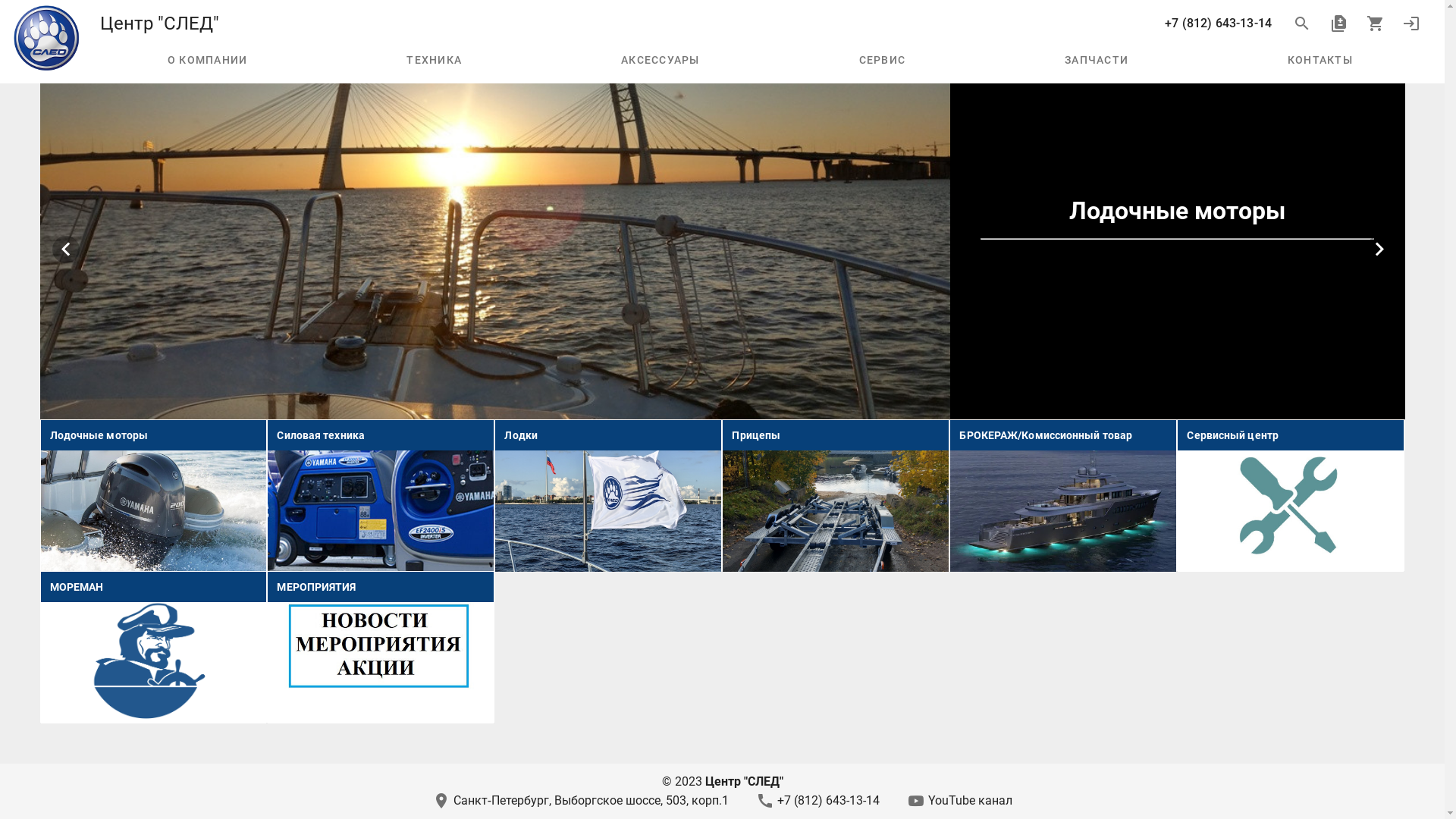  I want to click on 'call, so click(817, 799).